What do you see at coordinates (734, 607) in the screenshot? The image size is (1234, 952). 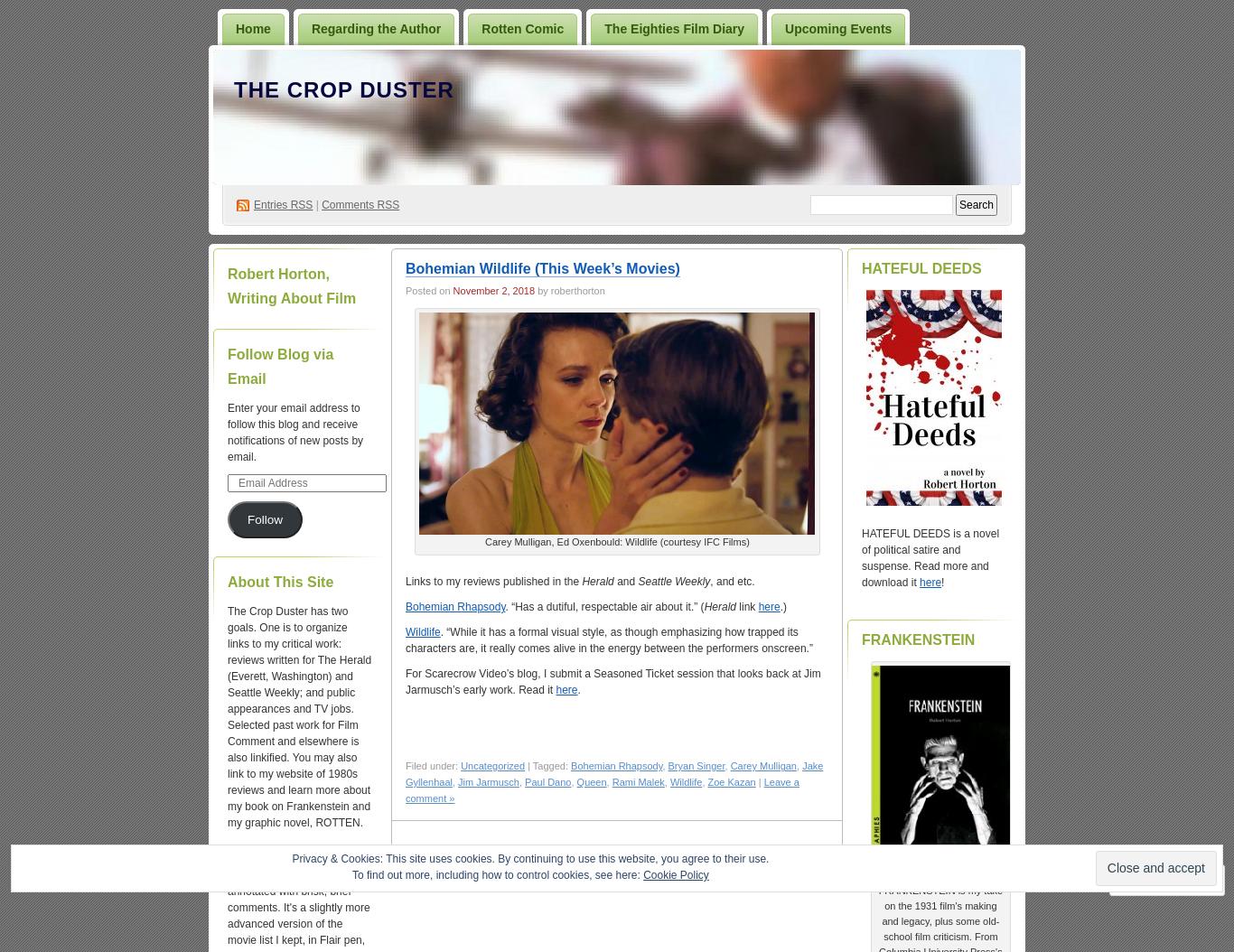 I see `'link'` at bounding box center [734, 607].